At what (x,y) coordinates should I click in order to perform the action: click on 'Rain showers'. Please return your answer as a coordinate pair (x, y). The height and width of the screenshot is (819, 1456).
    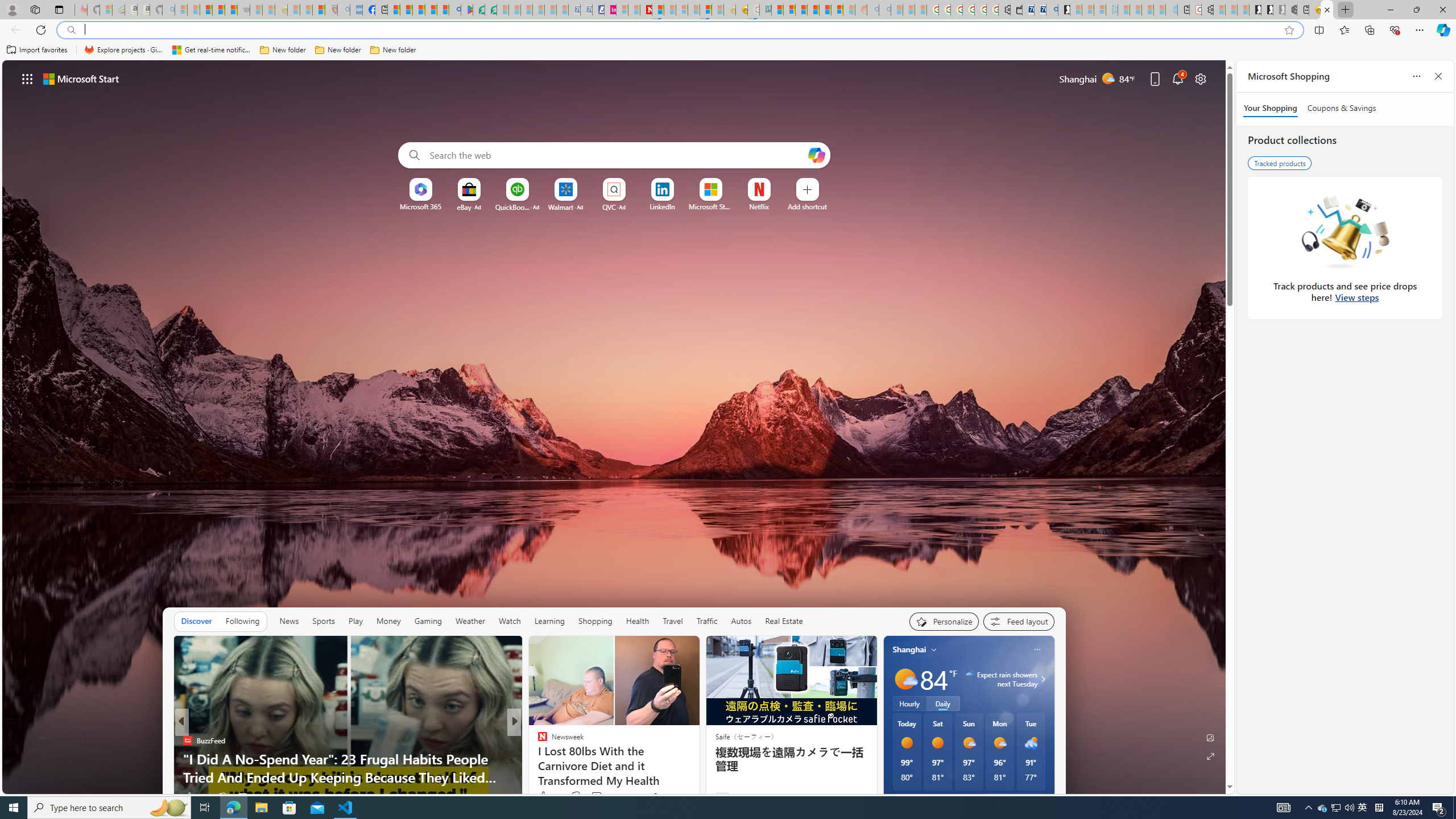
    Looking at the image, I should click on (1030, 742).